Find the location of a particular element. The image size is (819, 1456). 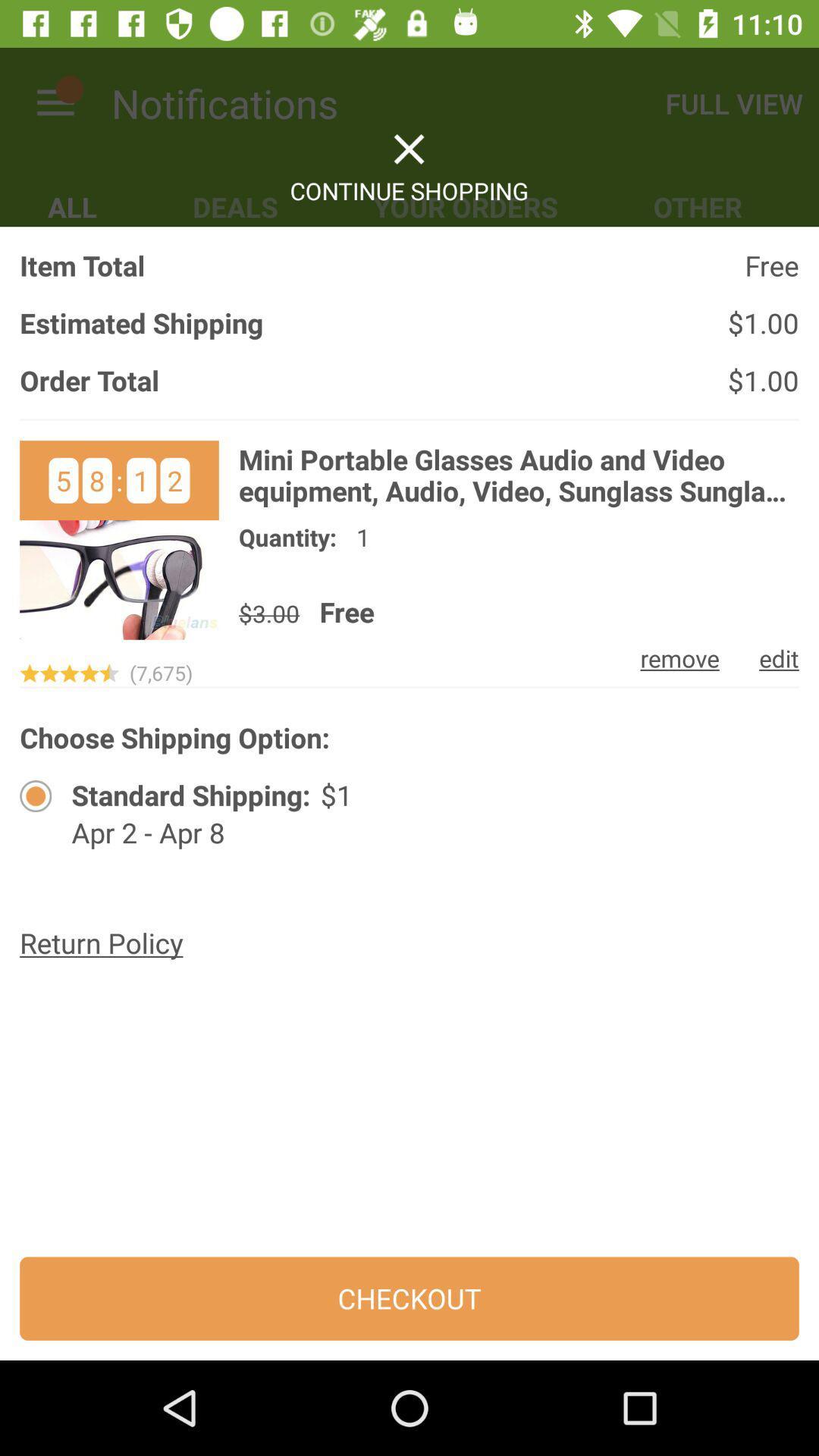

open item picture is located at coordinates (118, 540).